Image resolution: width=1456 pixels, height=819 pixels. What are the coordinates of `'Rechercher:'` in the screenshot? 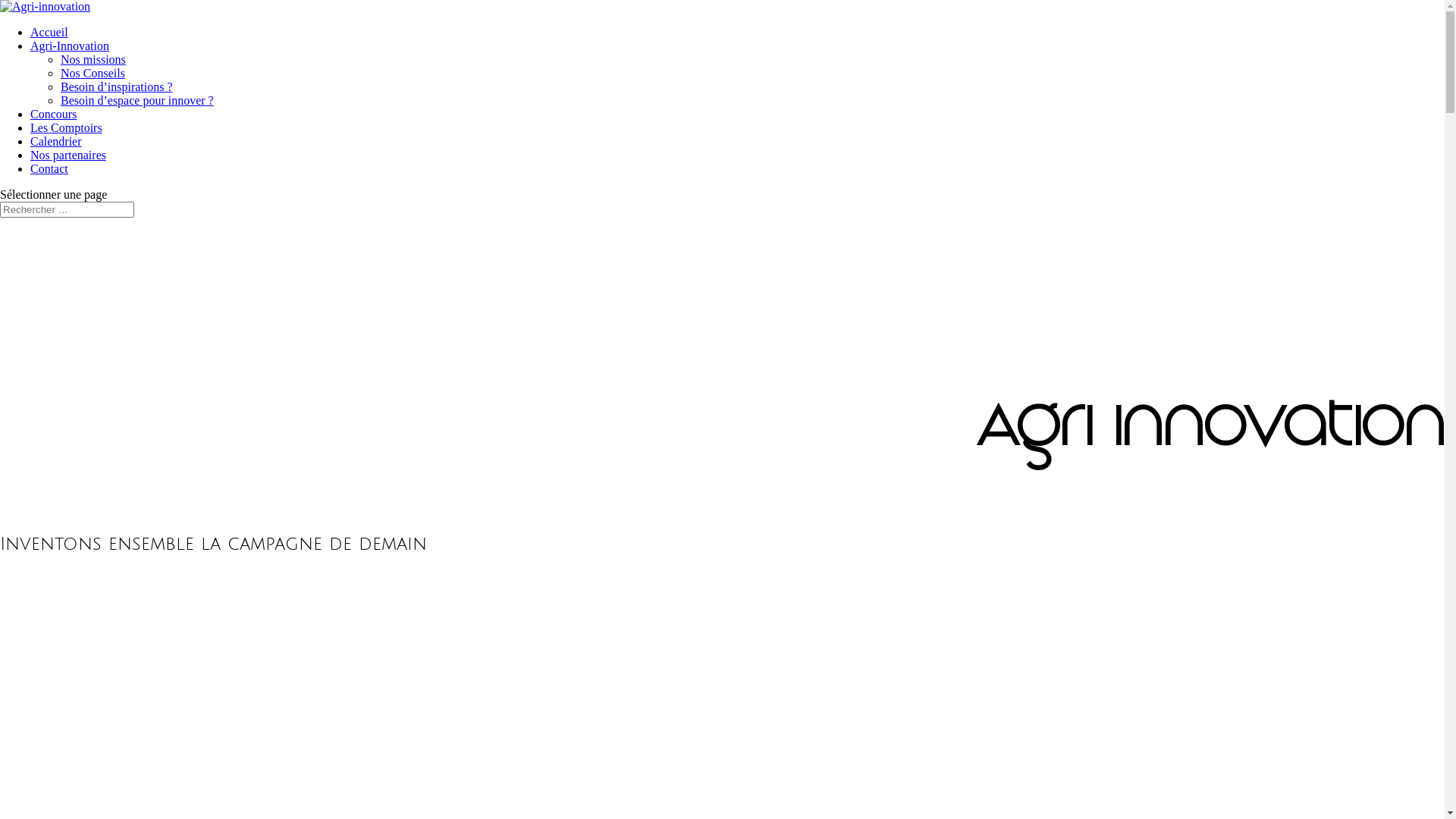 It's located at (66, 209).